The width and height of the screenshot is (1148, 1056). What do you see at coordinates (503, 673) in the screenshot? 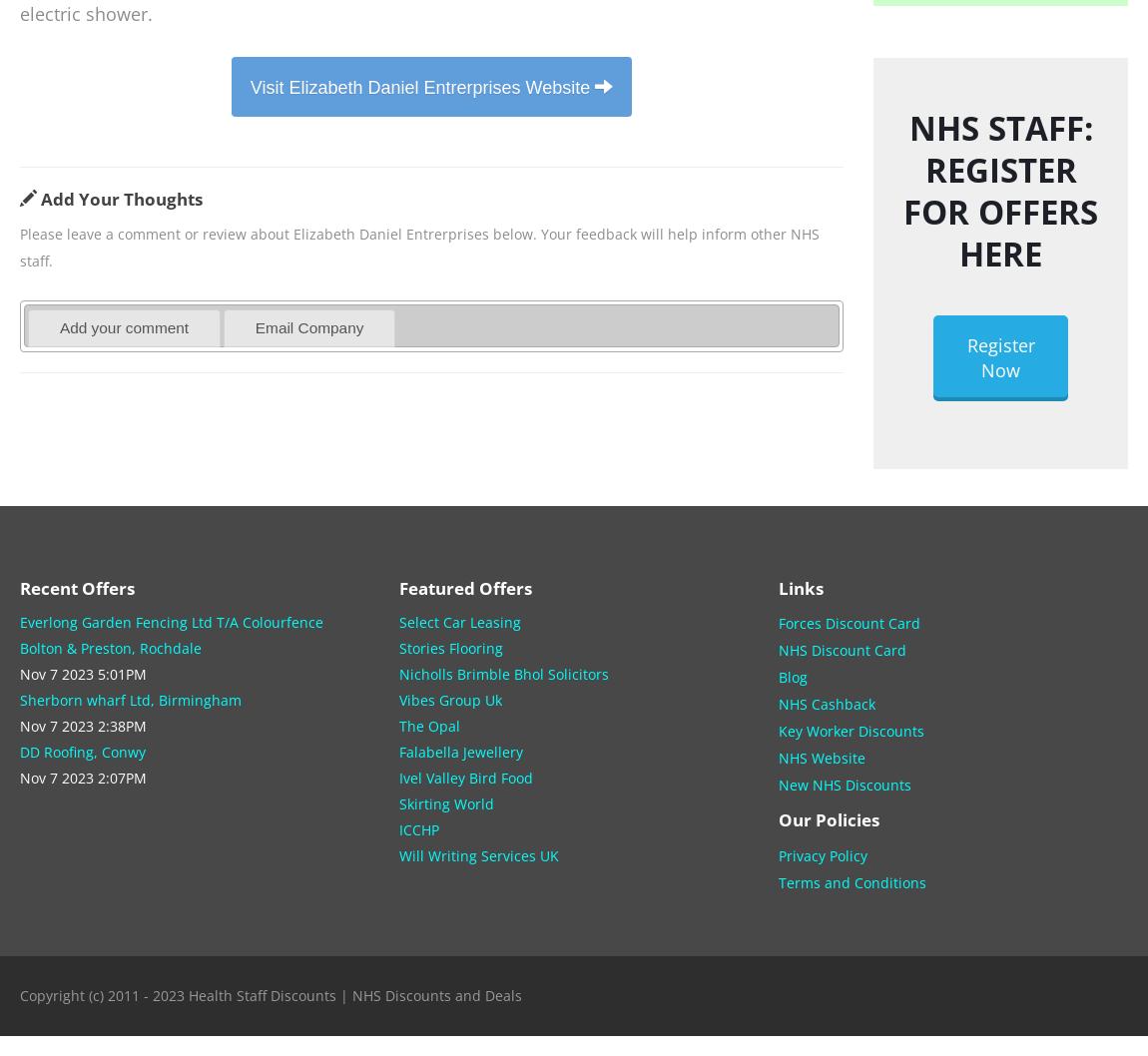
I see `'Nicholls Brimble Bhol Solicitors'` at bounding box center [503, 673].